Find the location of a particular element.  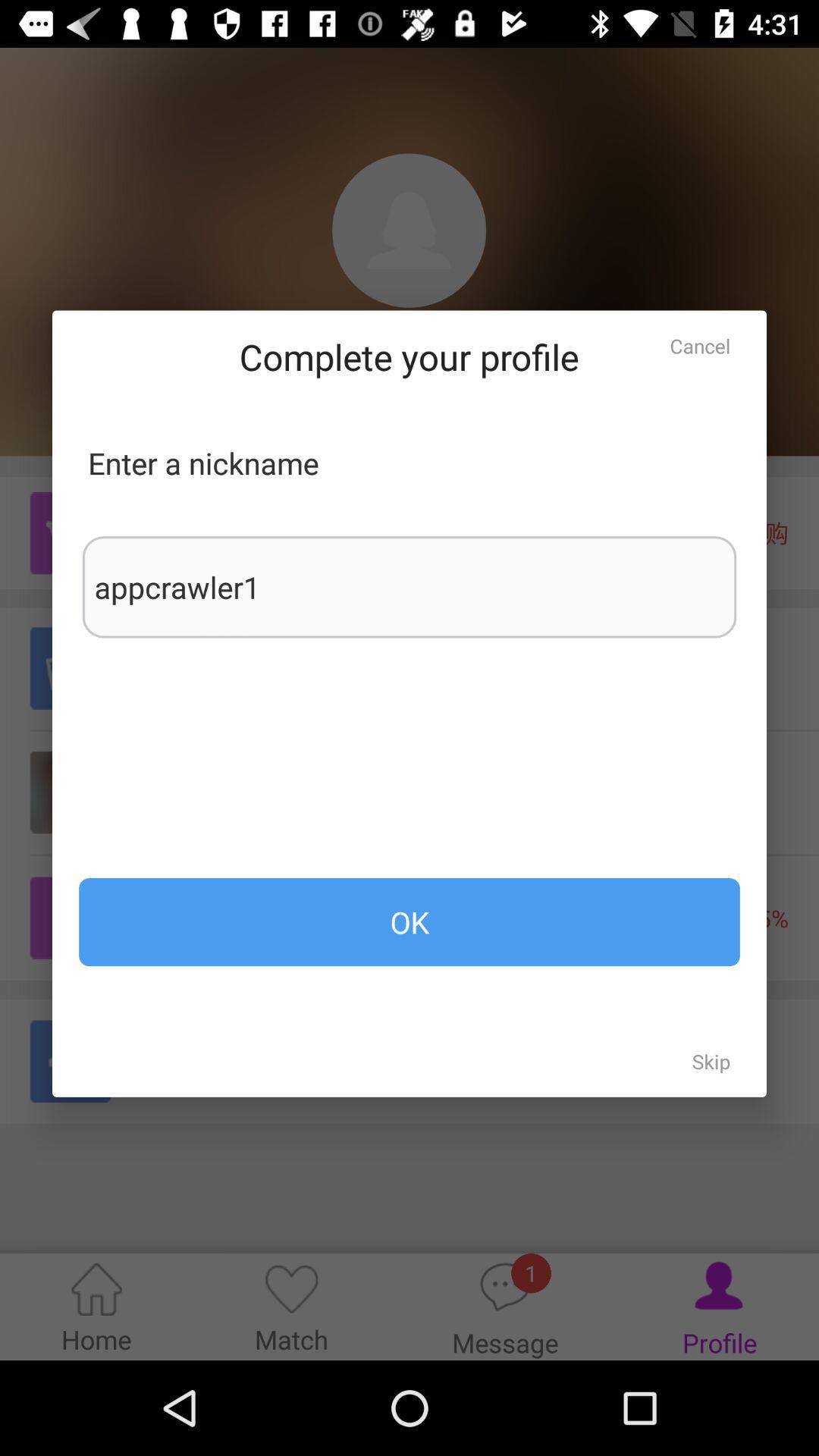

item below ok is located at coordinates (711, 1060).